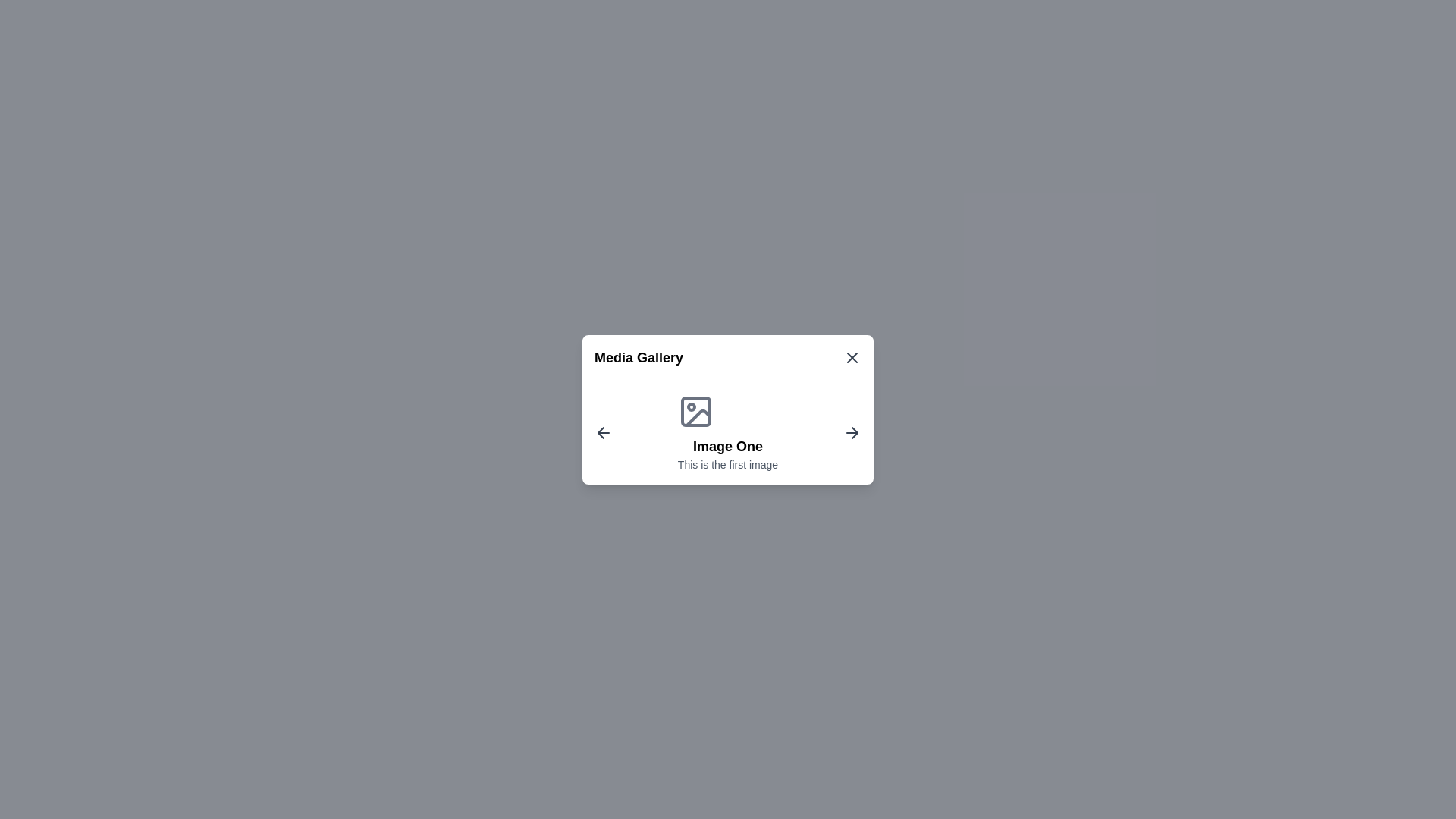 The image size is (1456, 819). Describe the element at coordinates (728, 463) in the screenshot. I see `the descriptive text located directly below 'Image One' within the 'Media Gallery' dialog box` at that location.